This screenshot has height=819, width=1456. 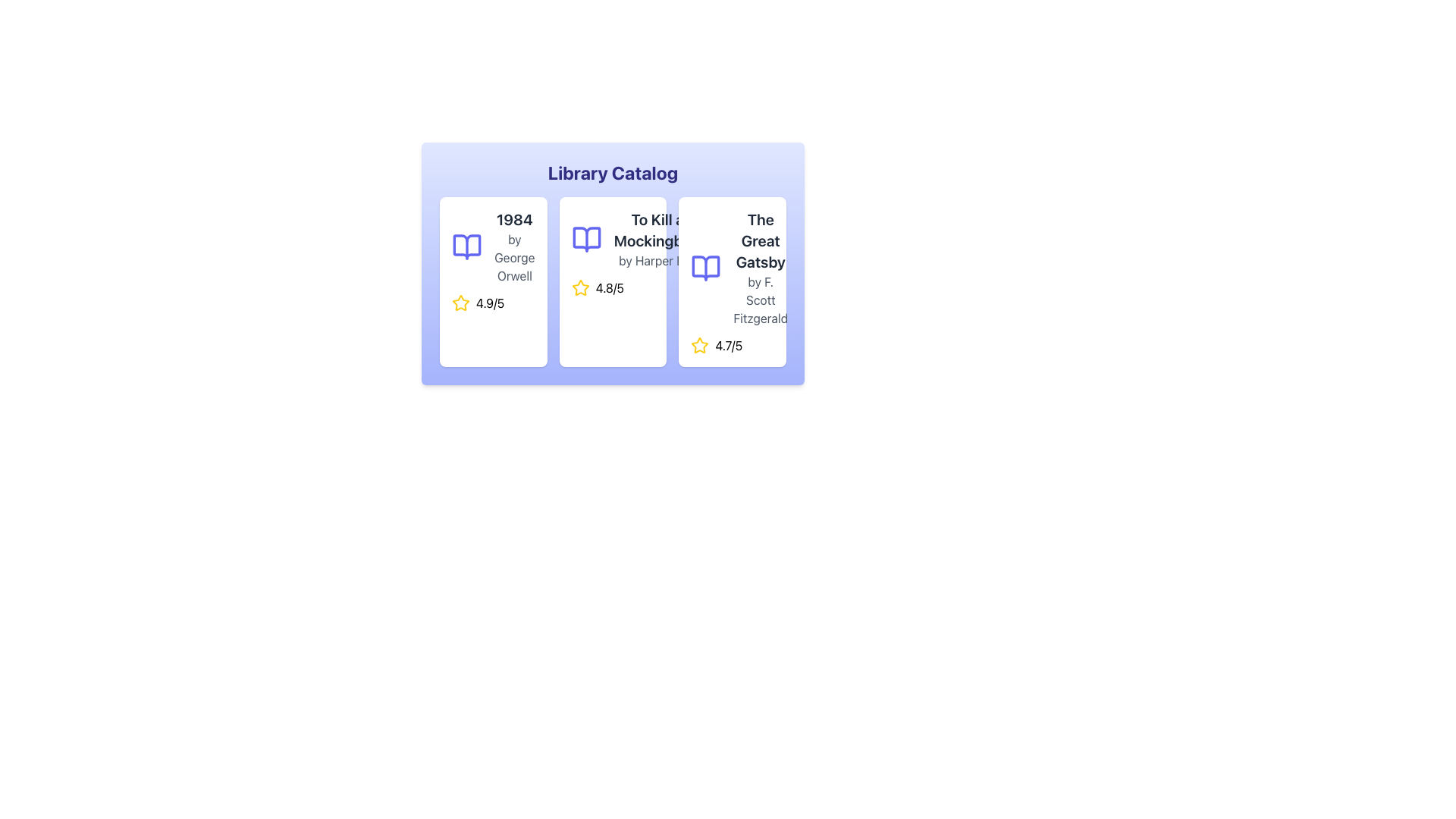 What do you see at coordinates (761, 240) in the screenshot?
I see `the Text Label displaying the title 'The Great Gatsby' in the rightmost book card of the catalog listing` at bounding box center [761, 240].